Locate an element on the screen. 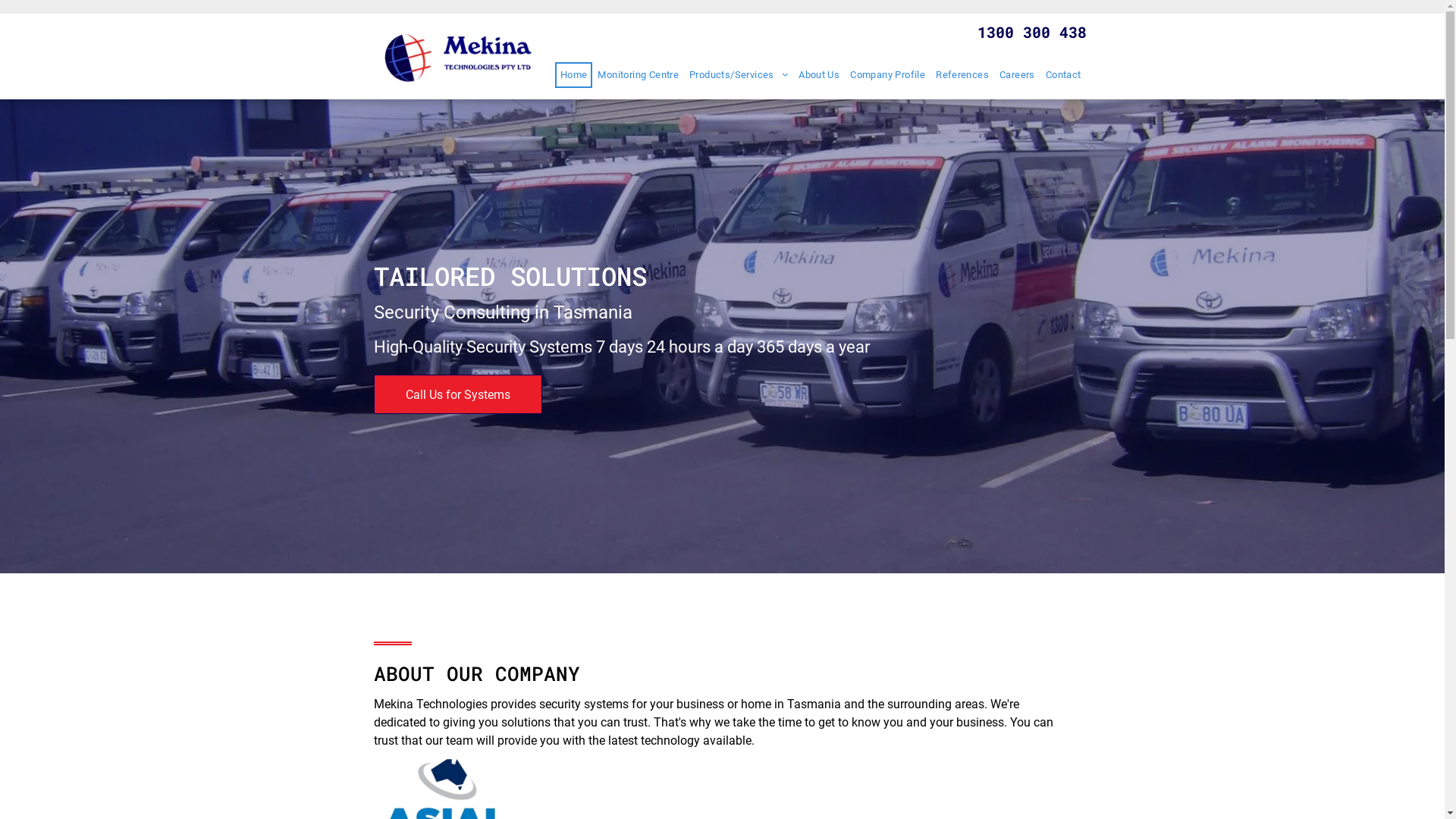  'Products/Services' is located at coordinates (739, 75).